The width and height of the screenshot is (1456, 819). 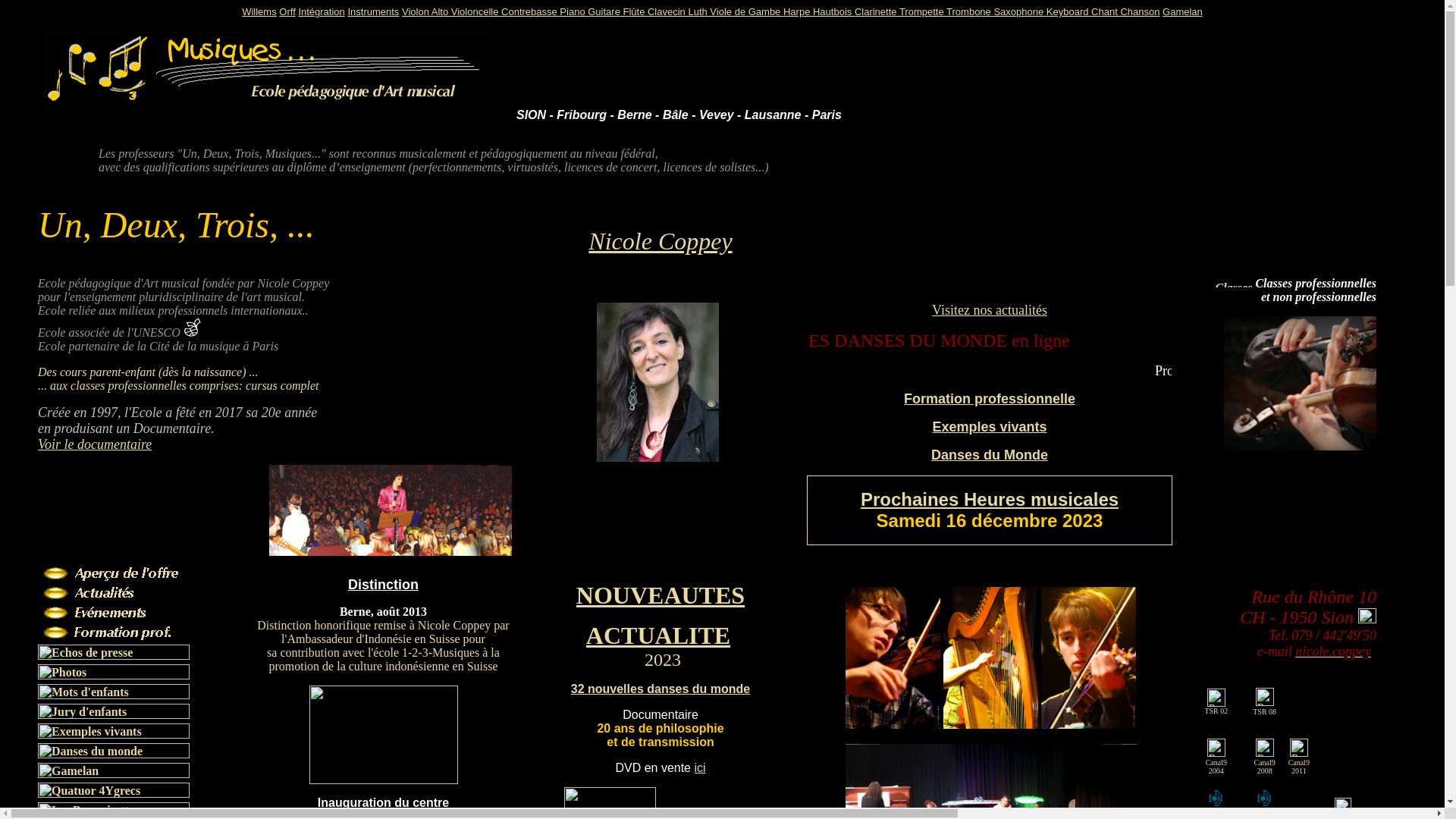 I want to click on 'Instruments', so click(x=373, y=11).